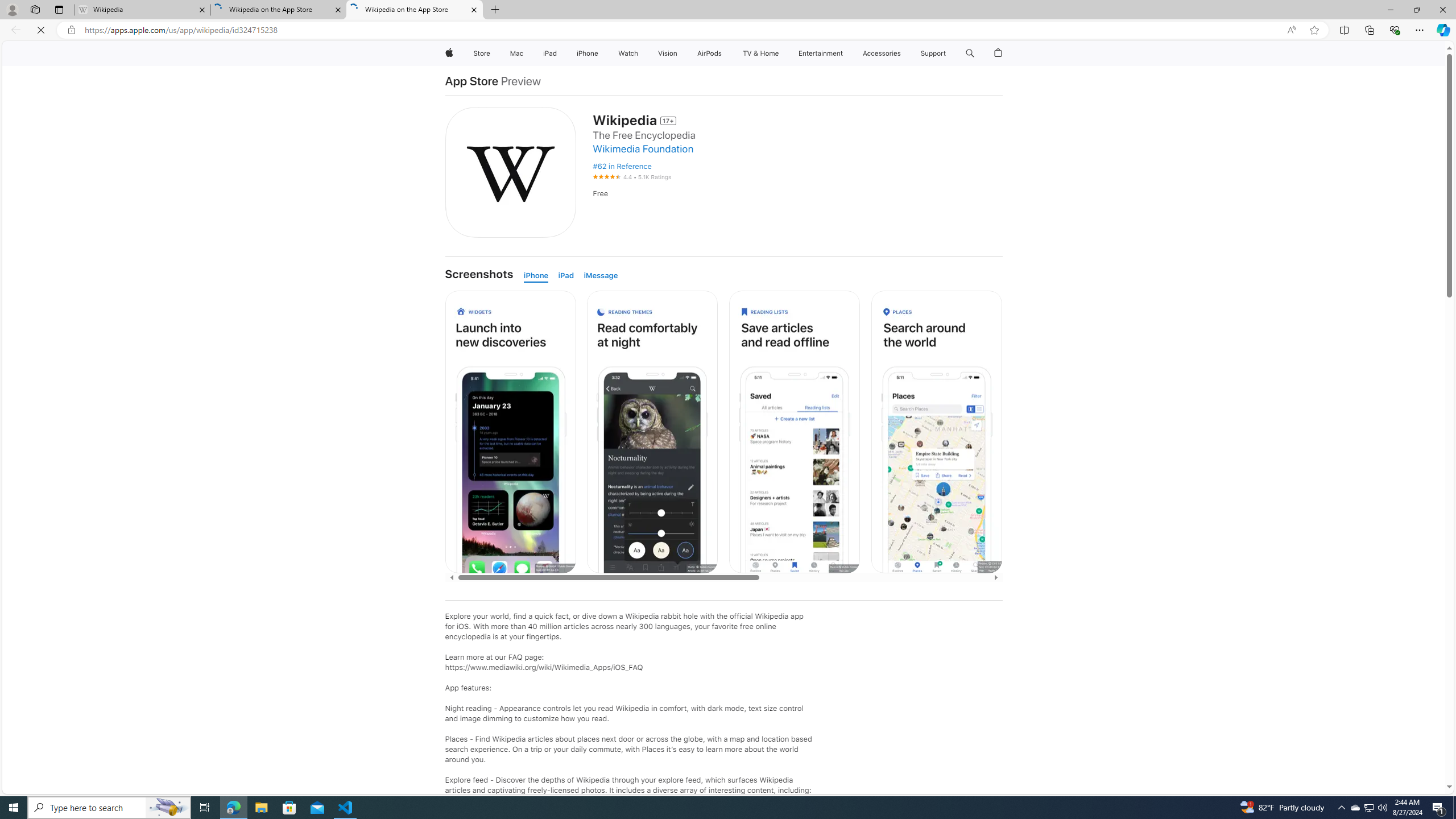 Image resolution: width=1456 pixels, height=819 pixels. Describe the element at coordinates (932, 53) in the screenshot. I see `'Support'` at that location.